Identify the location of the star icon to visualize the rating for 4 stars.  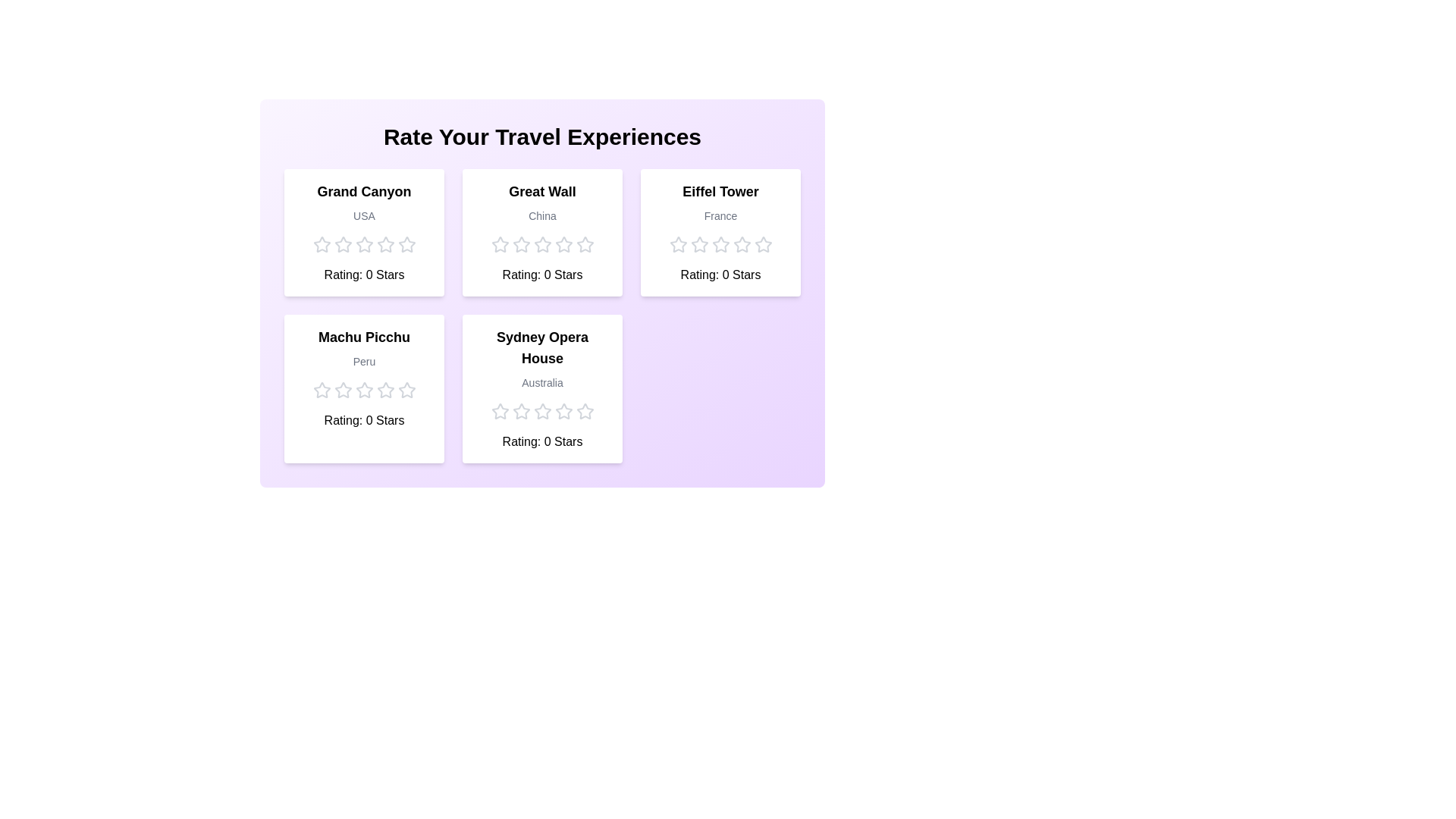
(385, 244).